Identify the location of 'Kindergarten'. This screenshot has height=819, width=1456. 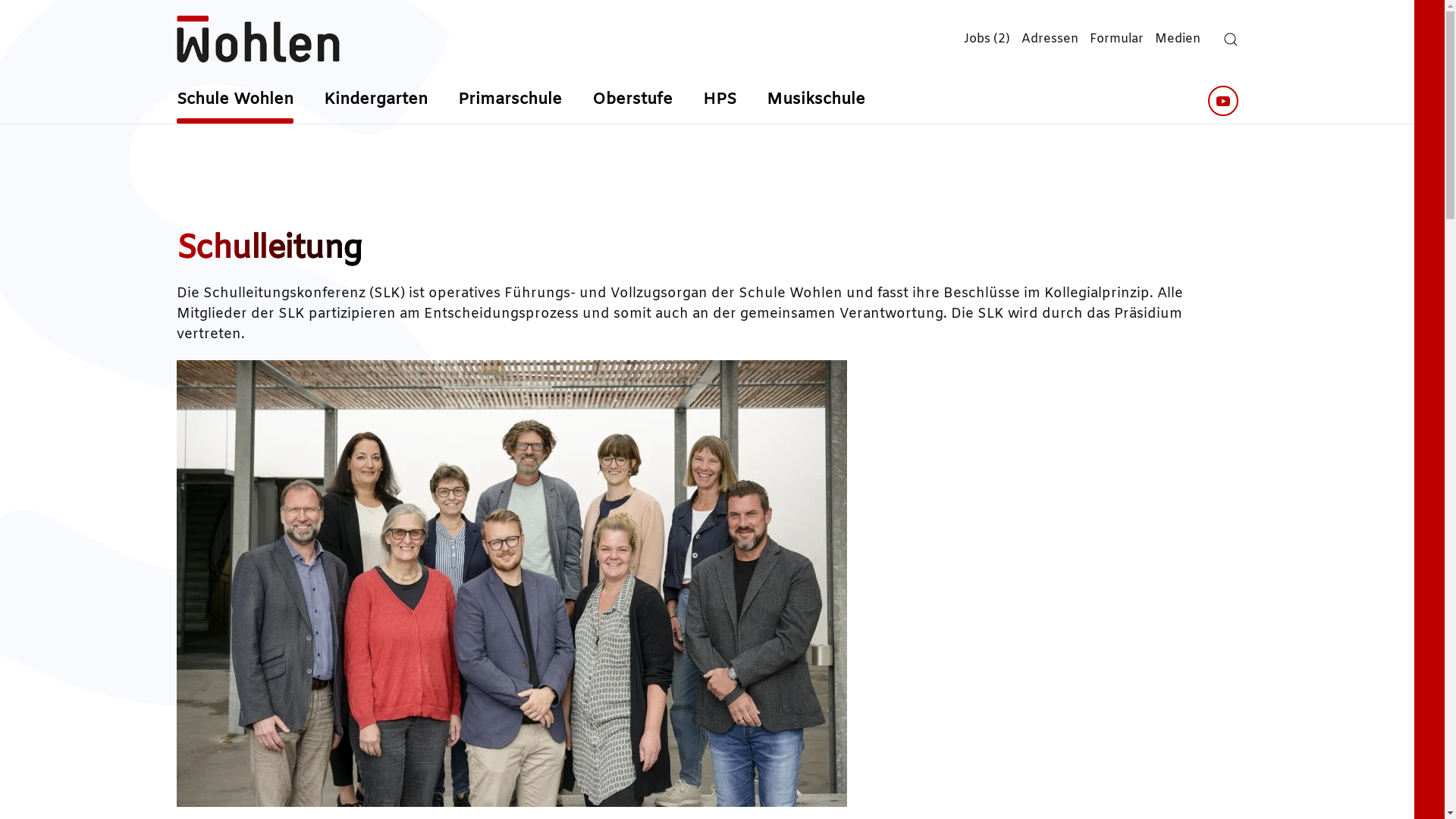
(375, 100).